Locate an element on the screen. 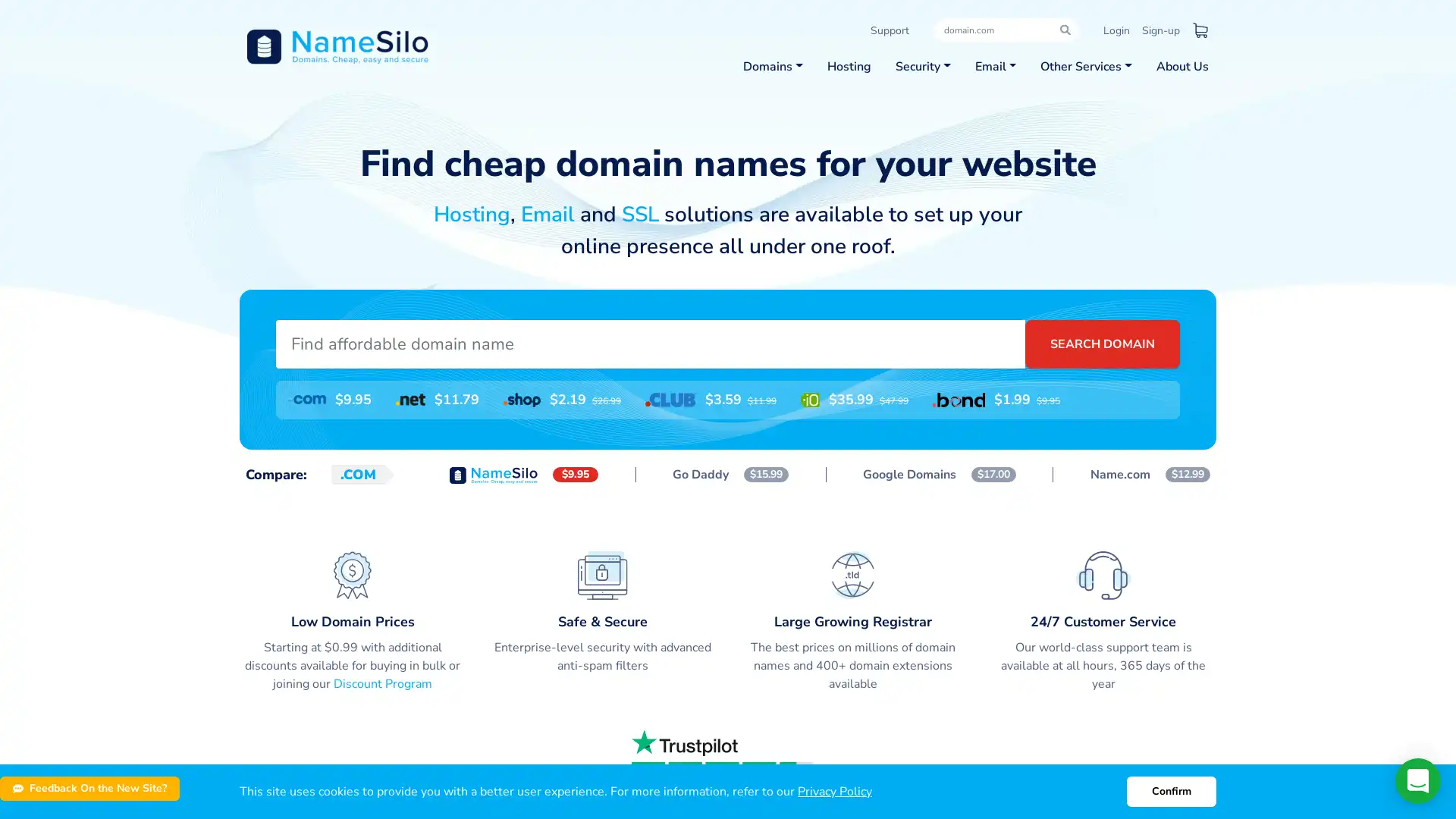 This screenshot has width=1456, height=819. SEARCH DOMAIN is located at coordinates (1103, 343).